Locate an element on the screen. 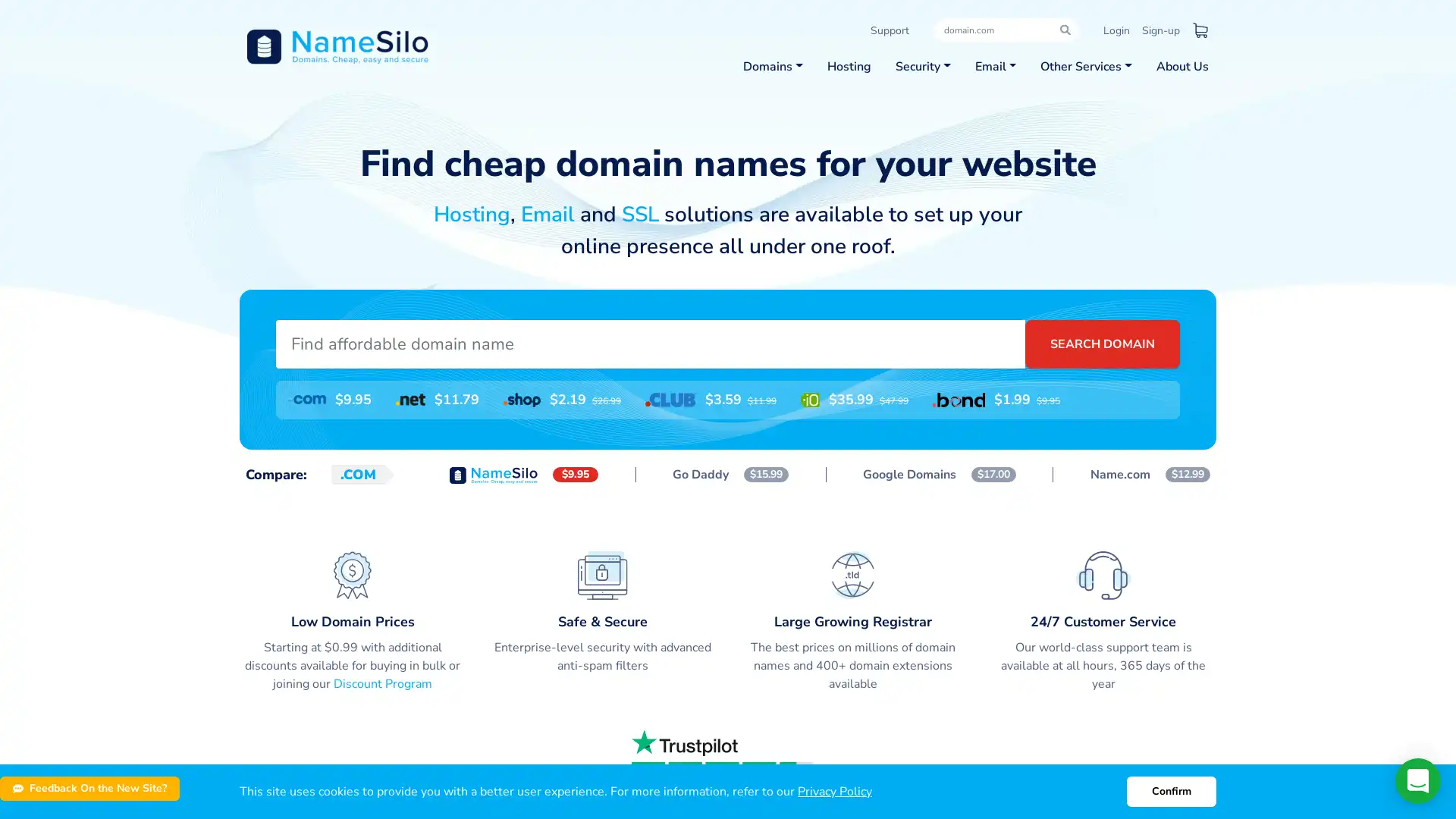 This screenshot has width=1456, height=819. SEARCH DOMAIN is located at coordinates (1103, 343).